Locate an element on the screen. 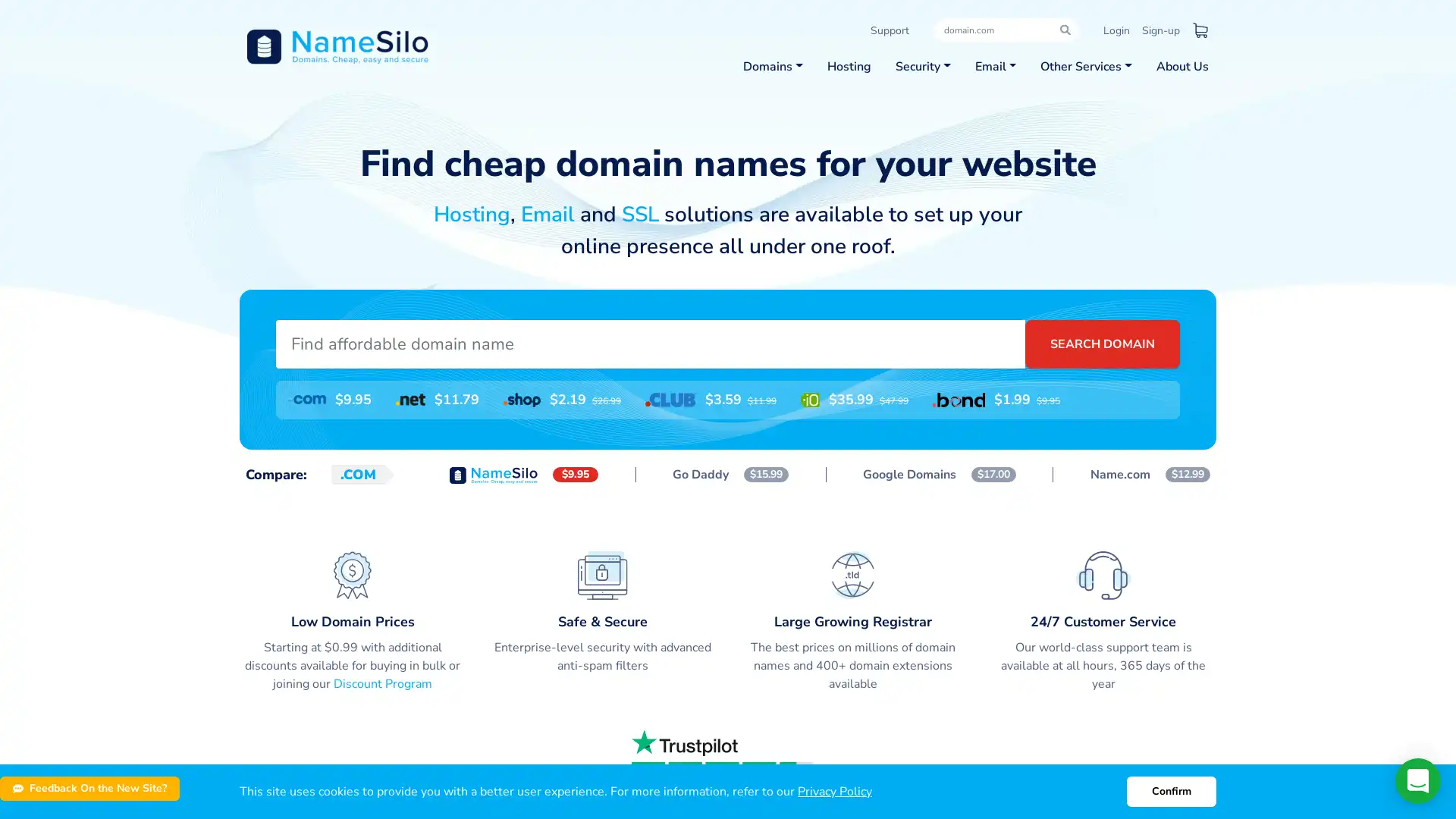 This screenshot has width=1456, height=819. SEARCH DOMAIN is located at coordinates (1103, 343).